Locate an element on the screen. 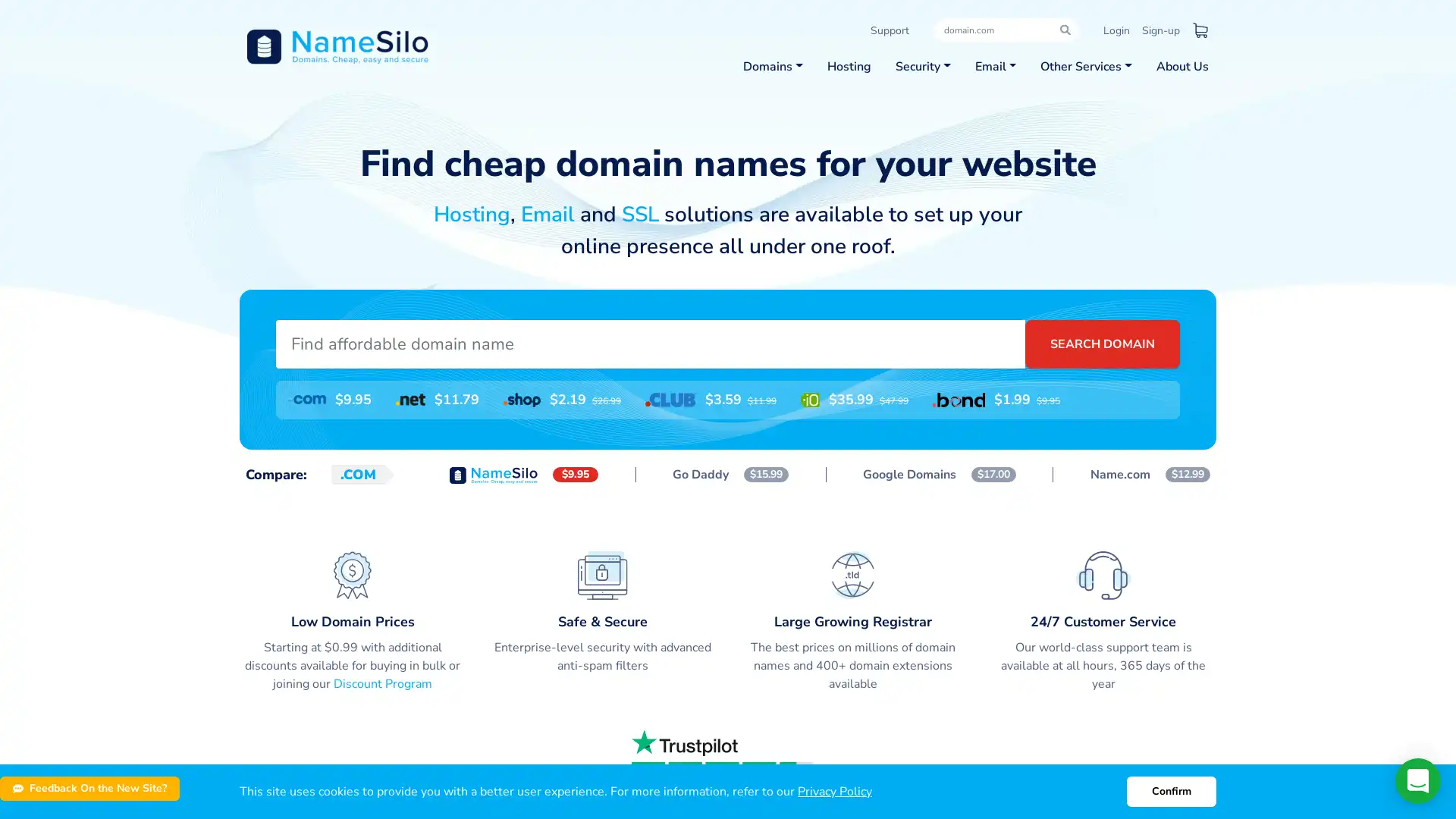 This screenshot has width=1456, height=819. SEARCH DOMAIN is located at coordinates (1103, 343).